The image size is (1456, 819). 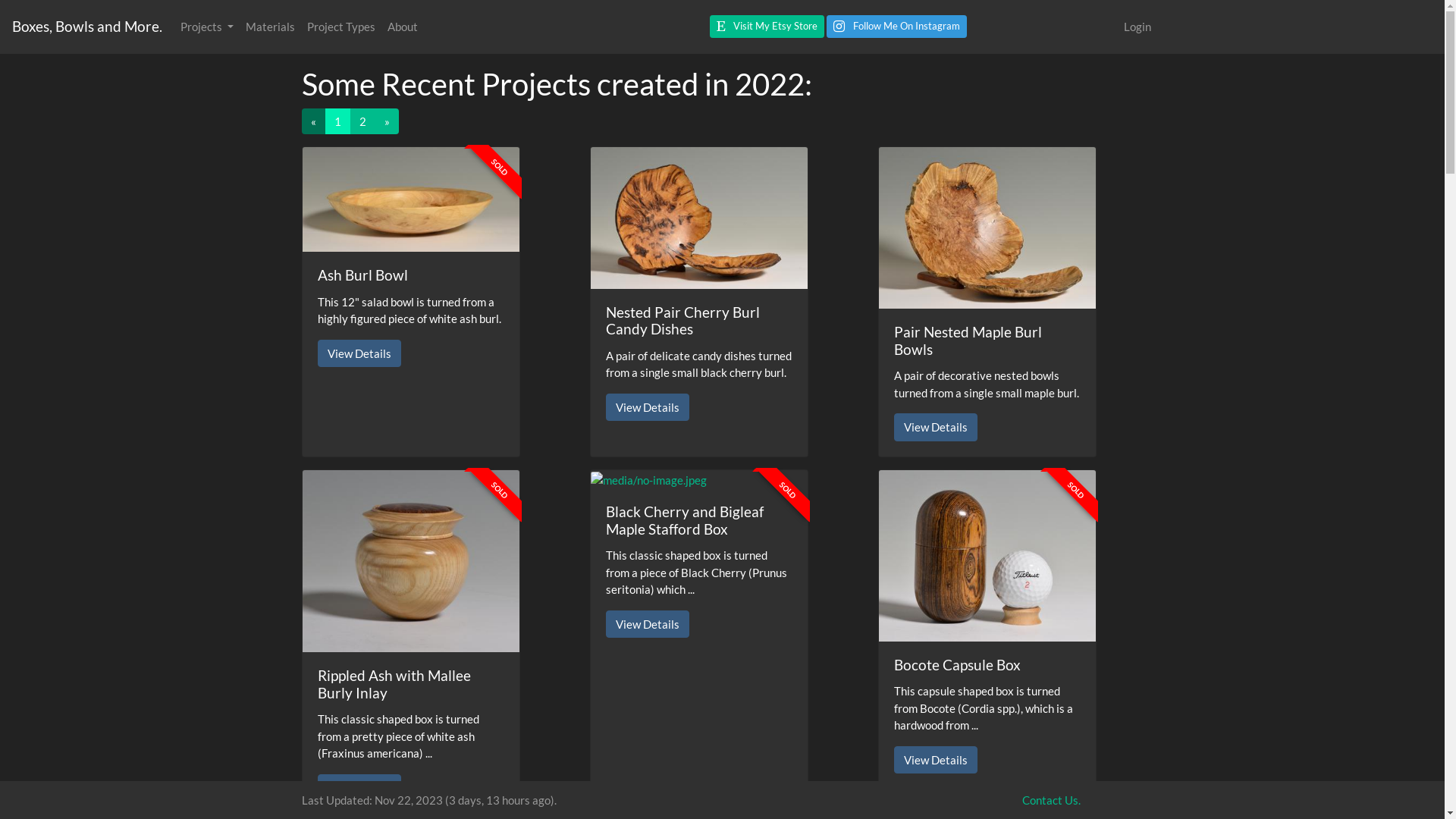 What do you see at coordinates (270, 27) in the screenshot?
I see `'Materials'` at bounding box center [270, 27].